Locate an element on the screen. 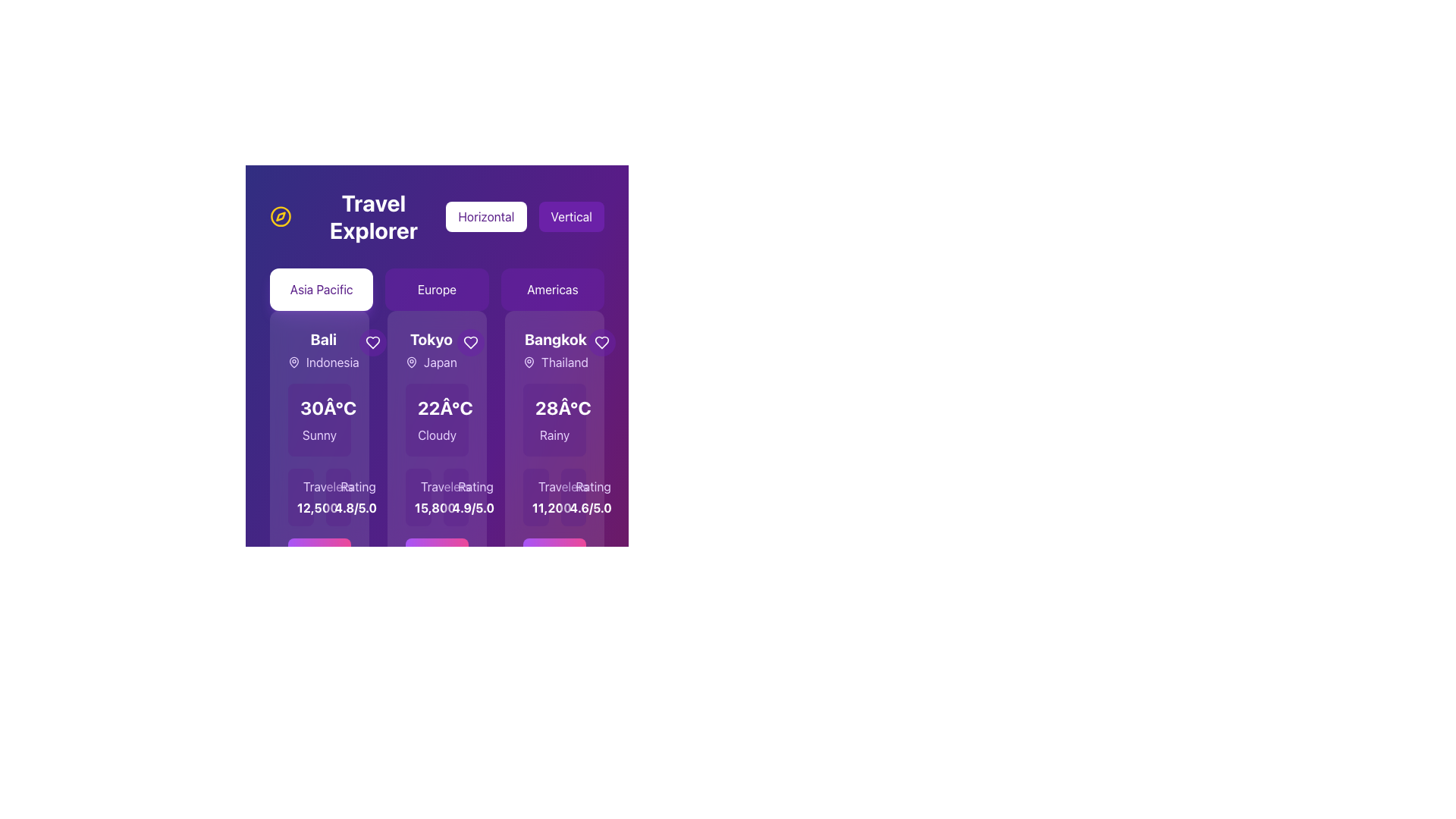 The image size is (1456, 819). text displayed in the purple font label that says 'Thailand', which is located in the rightmost column below 'Bangkok' is located at coordinates (554, 362).